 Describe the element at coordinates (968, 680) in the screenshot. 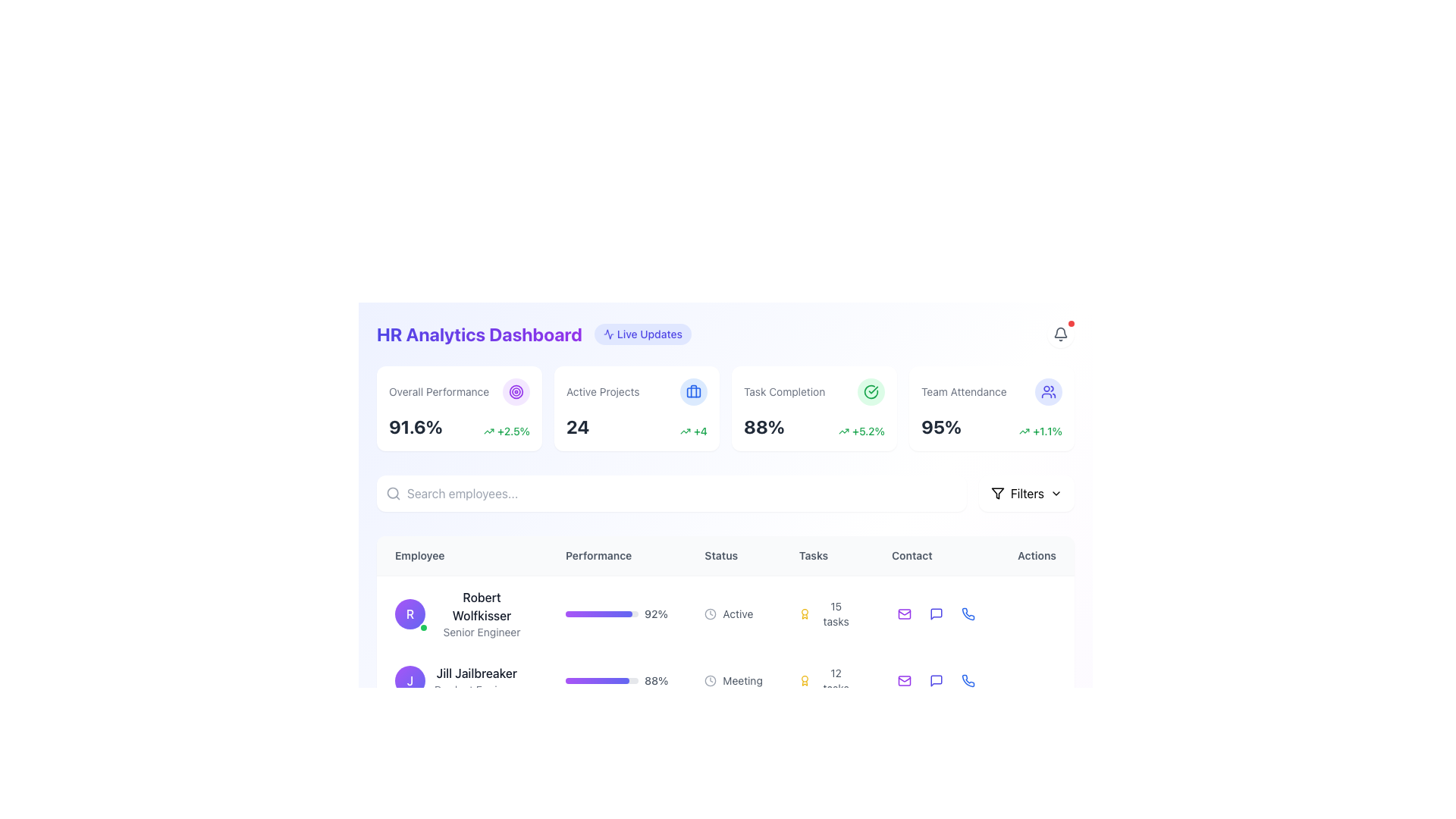

I see `the blue phone icon located in the contact section of the table row to initiate a phone call` at that location.